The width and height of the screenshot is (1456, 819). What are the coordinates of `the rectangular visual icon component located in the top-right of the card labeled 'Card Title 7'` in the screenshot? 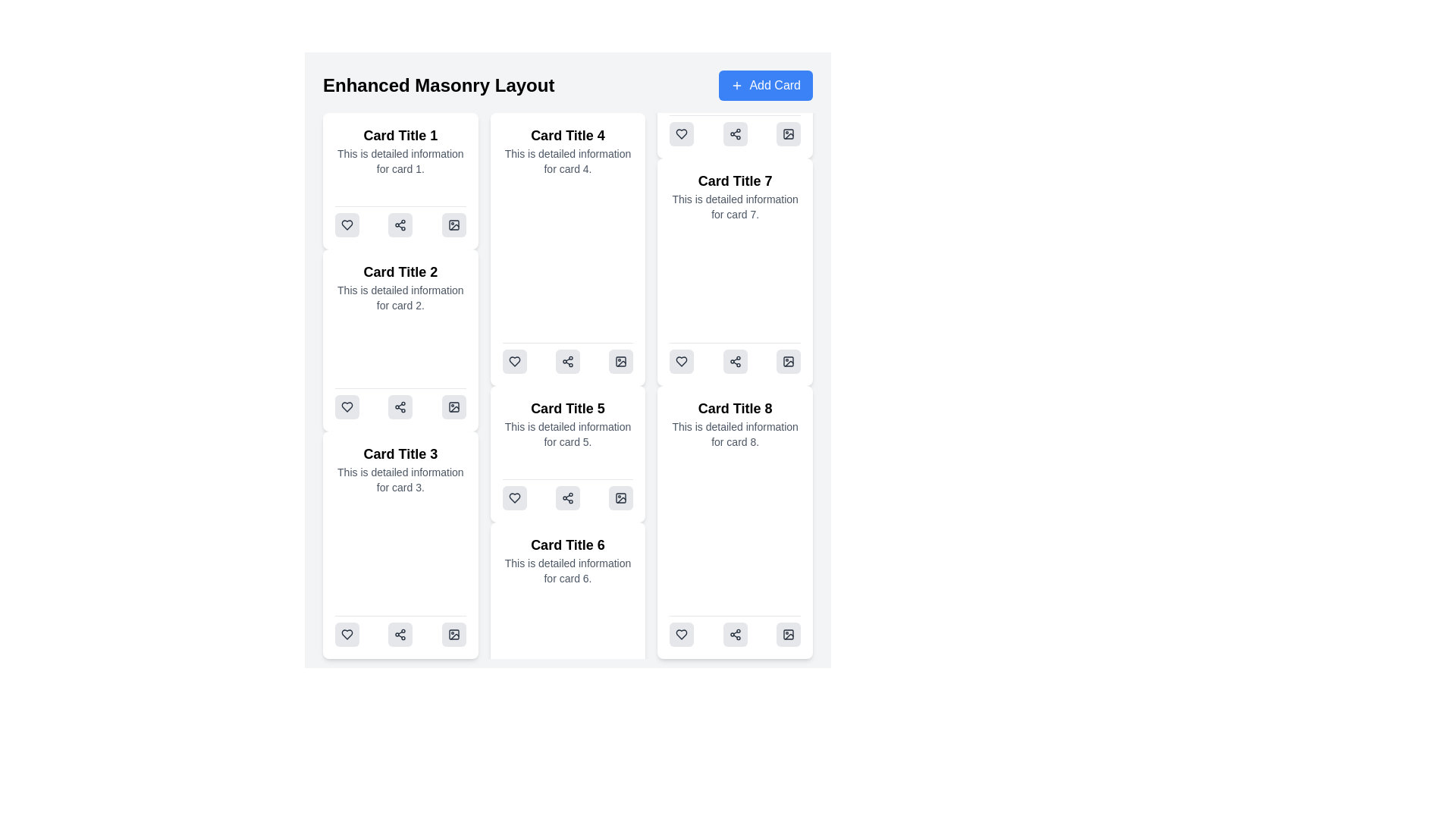 It's located at (789, 133).